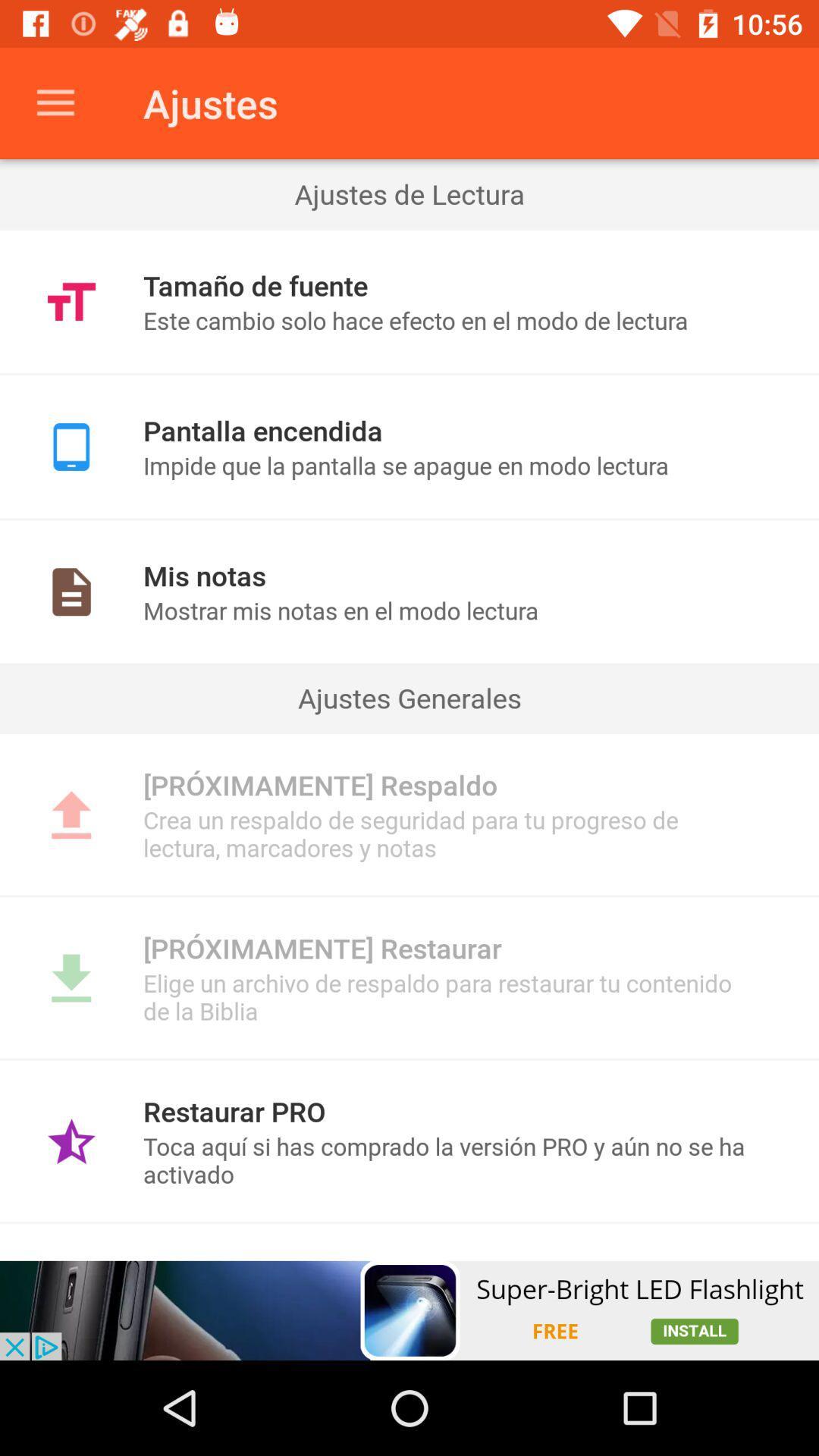  What do you see at coordinates (409, 1059) in the screenshot?
I see `the item above restaurar pro` at bounding box center [409, 1059].